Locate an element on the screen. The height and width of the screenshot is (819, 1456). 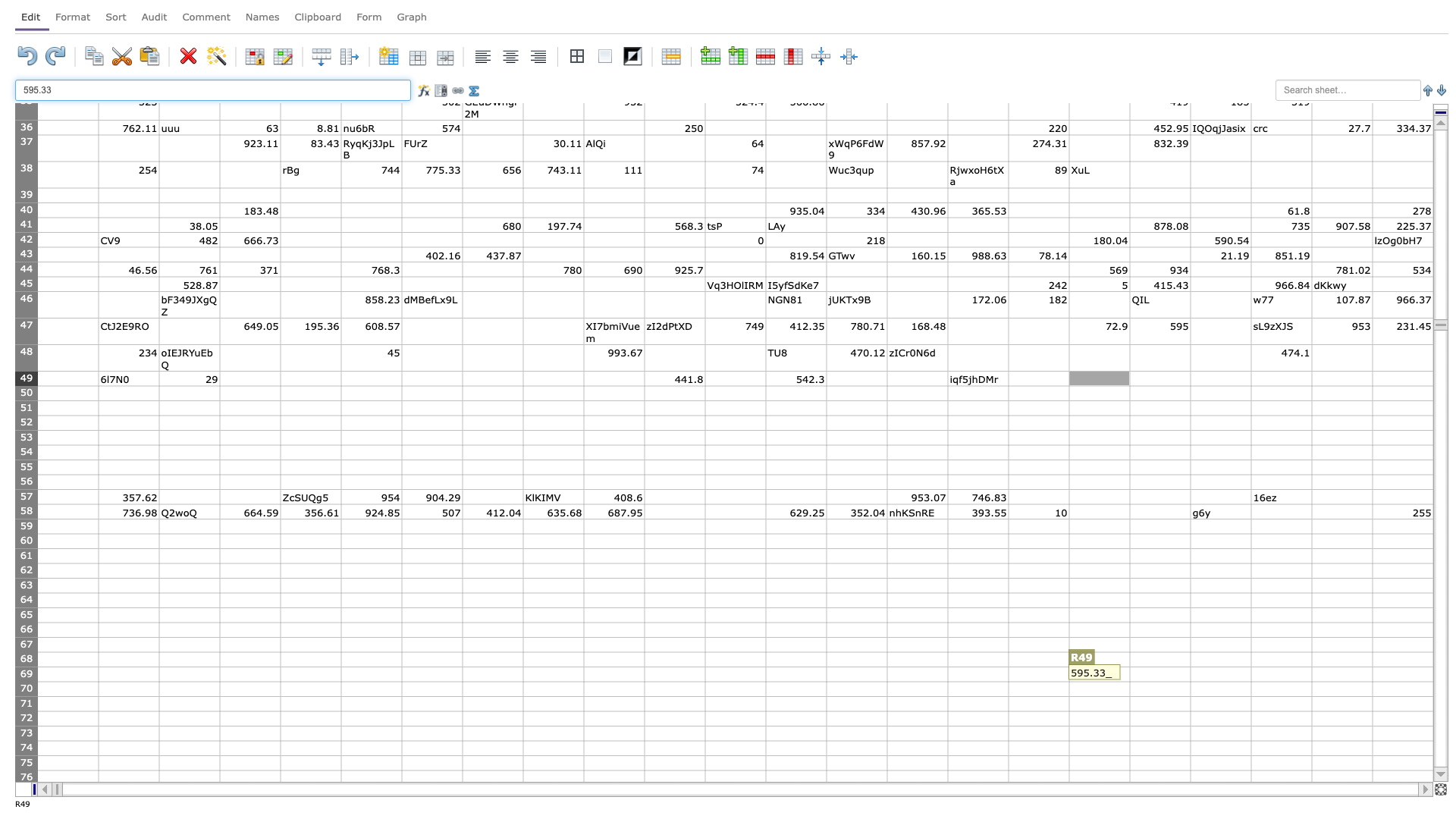
Auto-fill handle of T69 is located at coordinates (1251, 680).